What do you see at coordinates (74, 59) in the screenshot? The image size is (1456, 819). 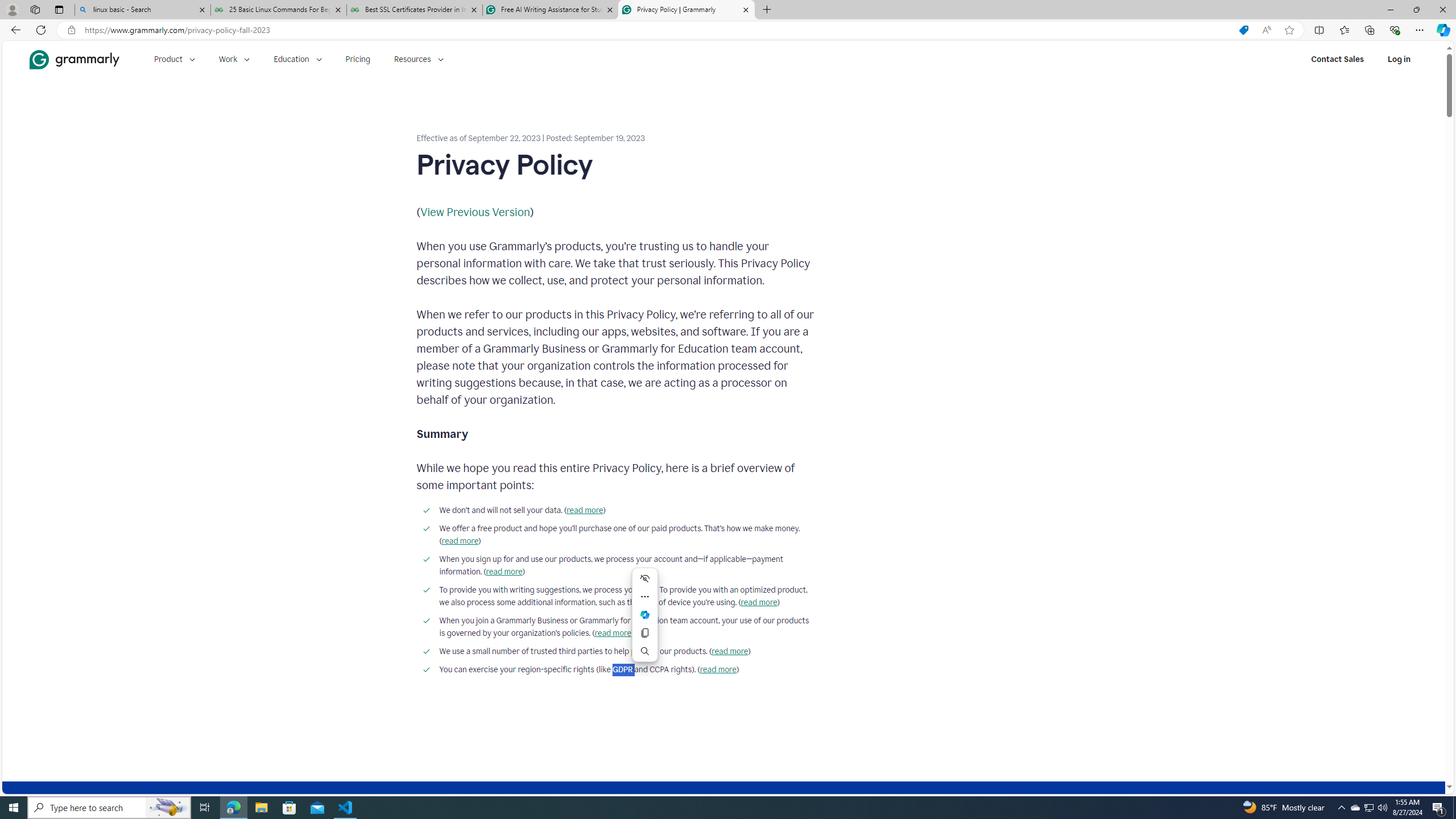 I see `'Grammarly Home'` at bounding box center [74, 59].